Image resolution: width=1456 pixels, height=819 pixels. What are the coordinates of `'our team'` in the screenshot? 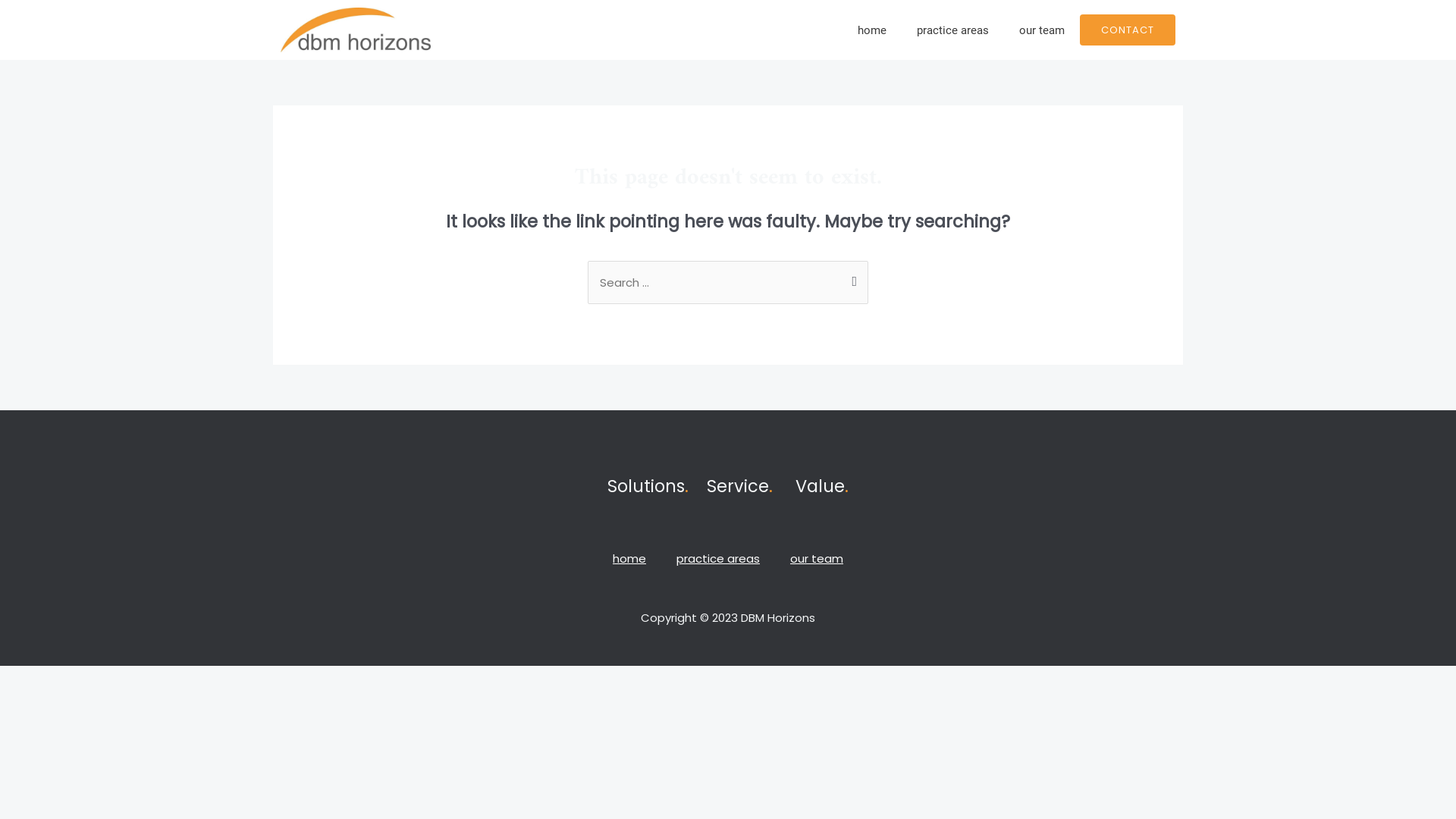 It's located at (815, 558).